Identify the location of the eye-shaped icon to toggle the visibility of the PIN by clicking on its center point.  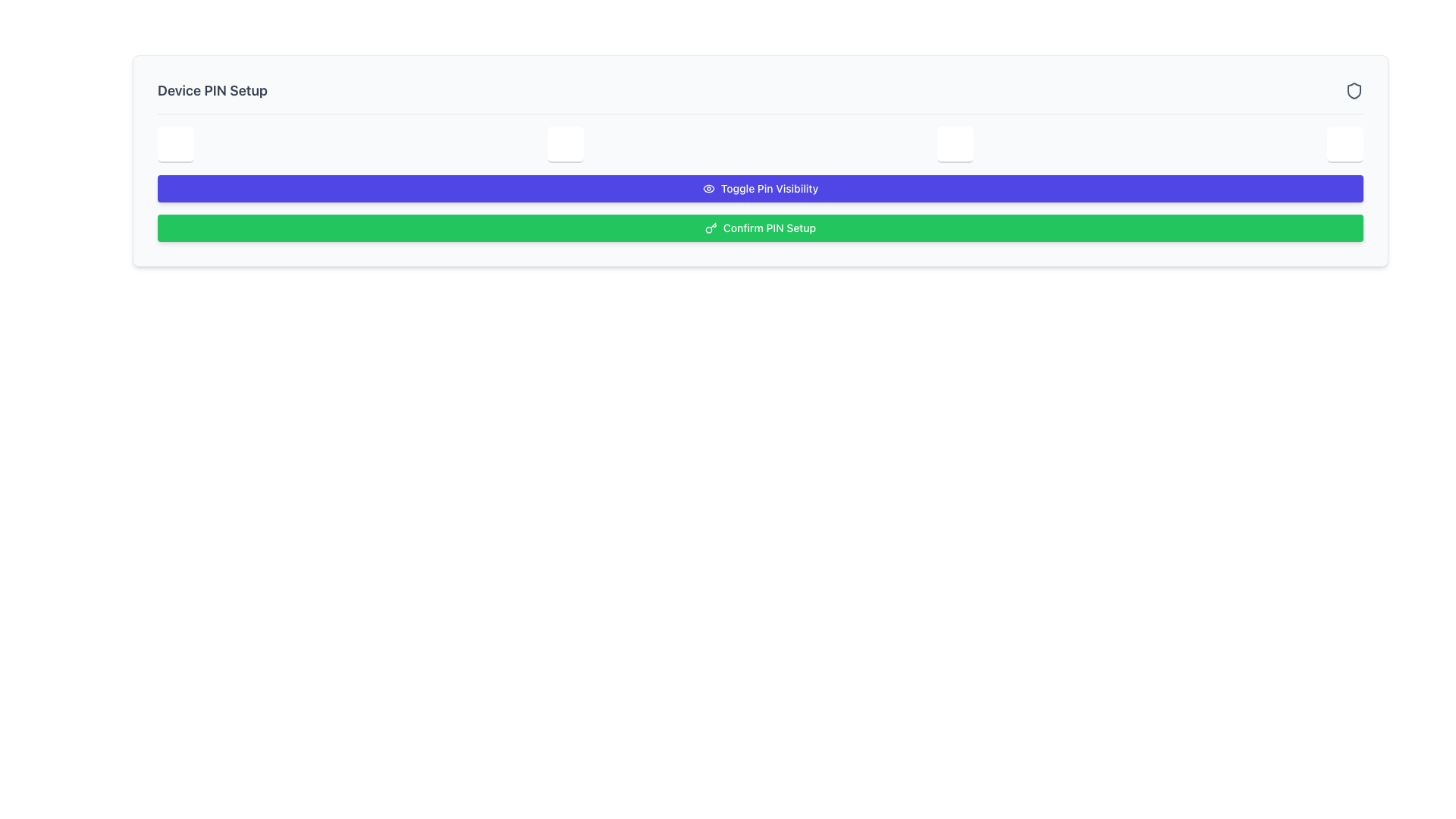
(708, 188).